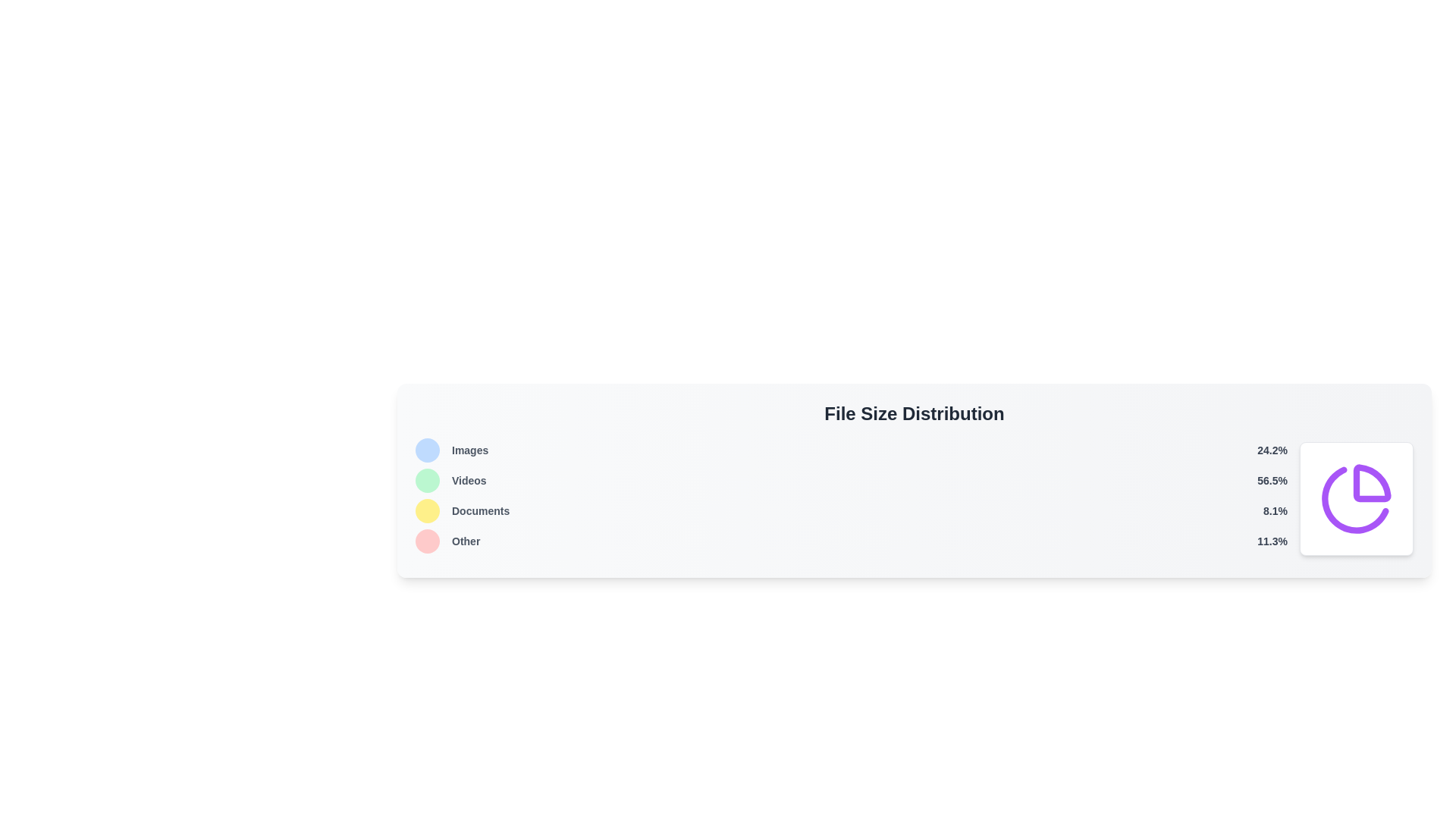 The image size is (1456, 819). What do you see at coordinates (1357, 499) in the screenshot?
I see `the pie chart icon, which features a purple wedge segment in a minimalistic design, located at the bottom-right section of the interface` at bounding box center [1357, 499].